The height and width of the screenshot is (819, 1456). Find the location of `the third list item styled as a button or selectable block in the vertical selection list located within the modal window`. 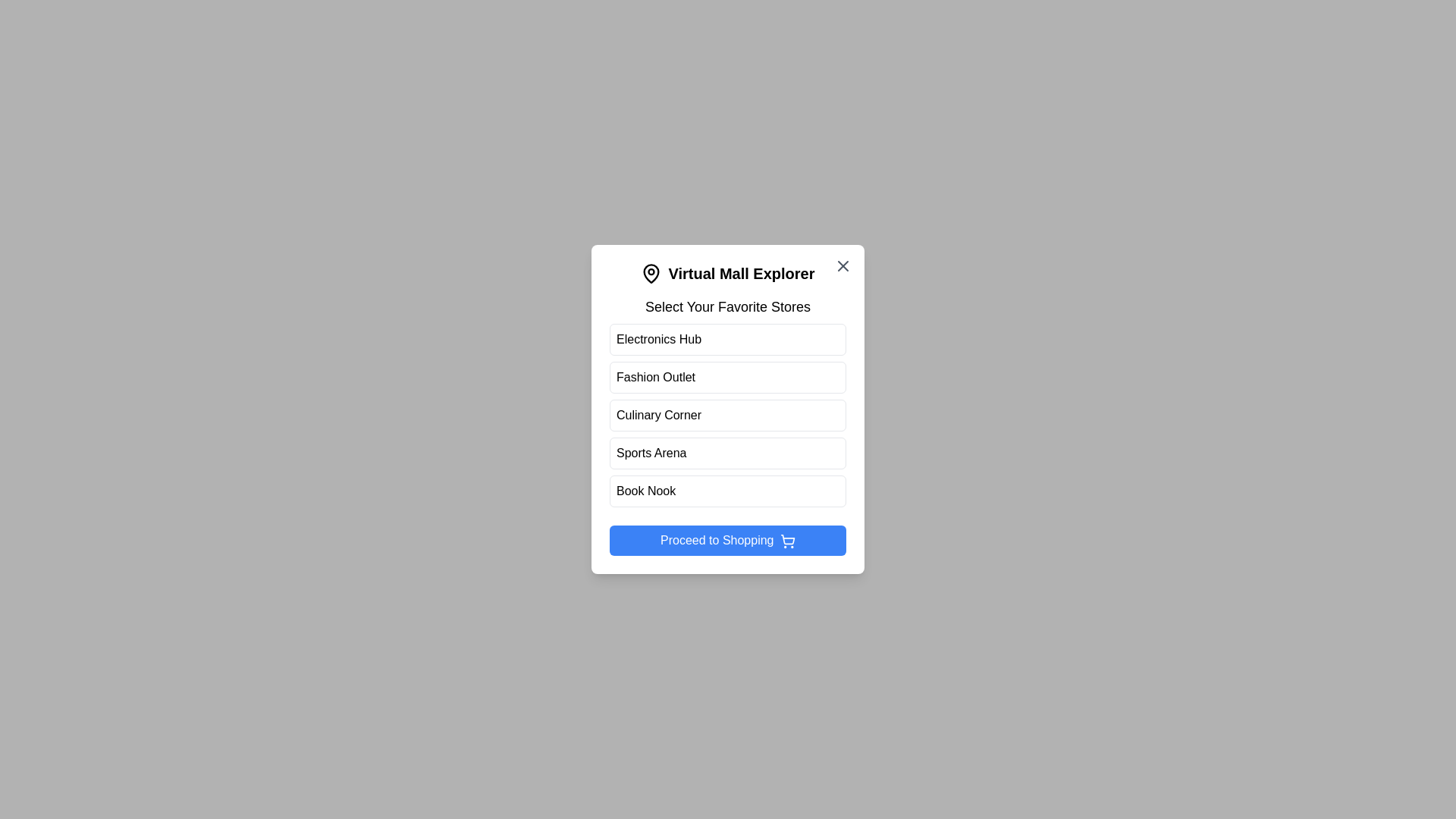

the third list item styled as a button or selectable block in the vertical selection list located within the modal window is located at coordinates (728, 415).